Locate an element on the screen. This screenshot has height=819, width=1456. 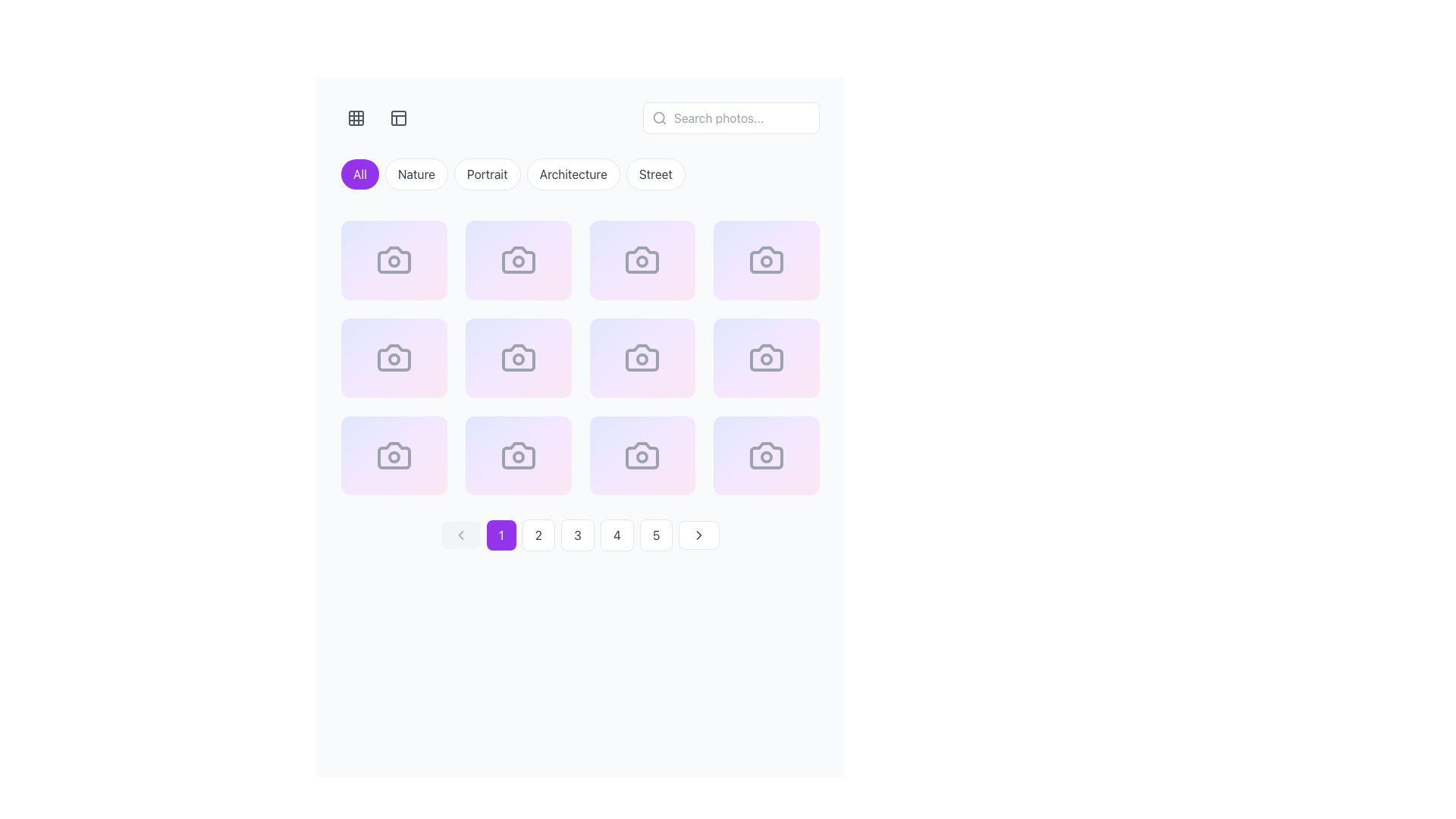
the camera icon located in the second row and second column of the grid layout is located at coordinates (518, 259).